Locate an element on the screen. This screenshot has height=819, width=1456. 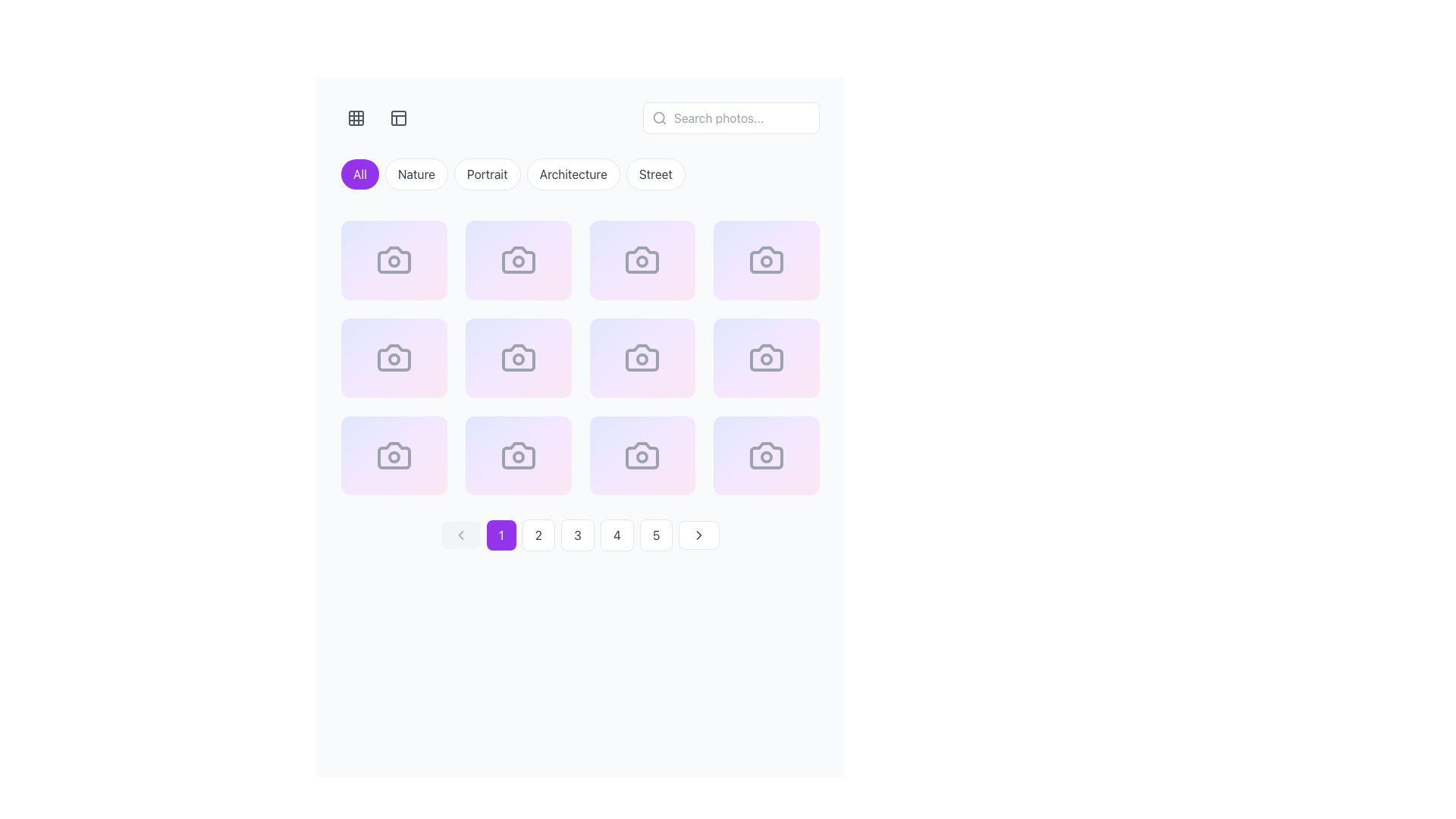
the camera icon located in the second row and second column of the grid layout is located at coordinates (518, 259).